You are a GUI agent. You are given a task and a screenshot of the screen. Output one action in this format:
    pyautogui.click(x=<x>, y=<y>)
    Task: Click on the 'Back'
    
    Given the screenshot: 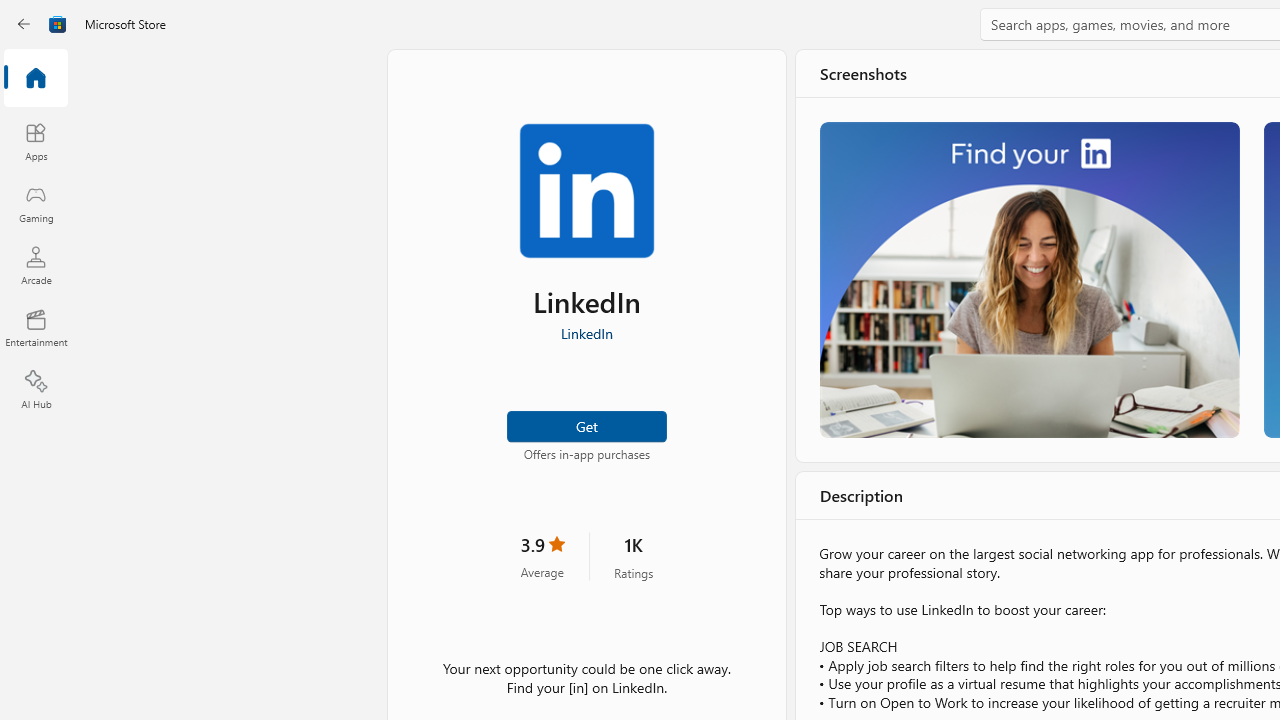 What is the action you would take?
    pyautogui.click(x=24, y=24)
    